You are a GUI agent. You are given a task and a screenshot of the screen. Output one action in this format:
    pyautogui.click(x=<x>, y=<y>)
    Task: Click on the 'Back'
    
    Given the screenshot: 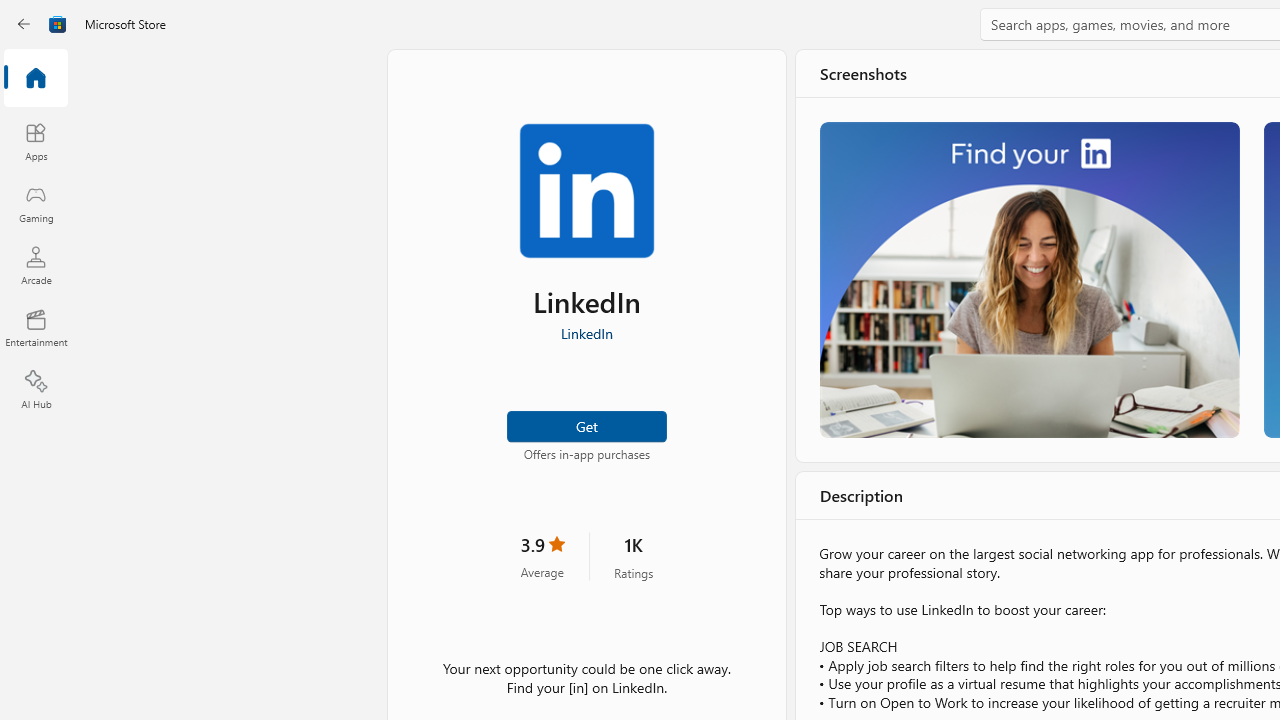 What is the action you would take?
    pyautogui.click(x=24, y=24)
    